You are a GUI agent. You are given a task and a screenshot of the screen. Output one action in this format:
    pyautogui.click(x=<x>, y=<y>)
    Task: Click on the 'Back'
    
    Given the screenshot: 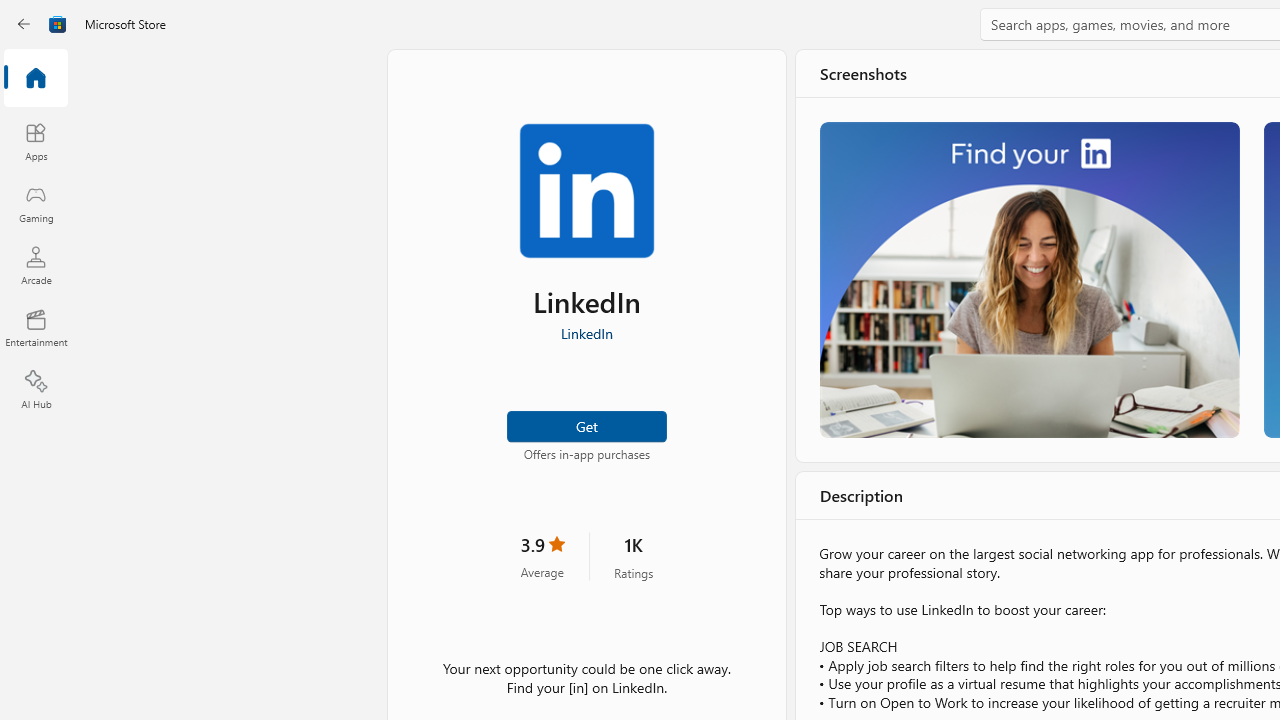 What is the action you would take?
    pyautogui.click(x=24, y=24)
    